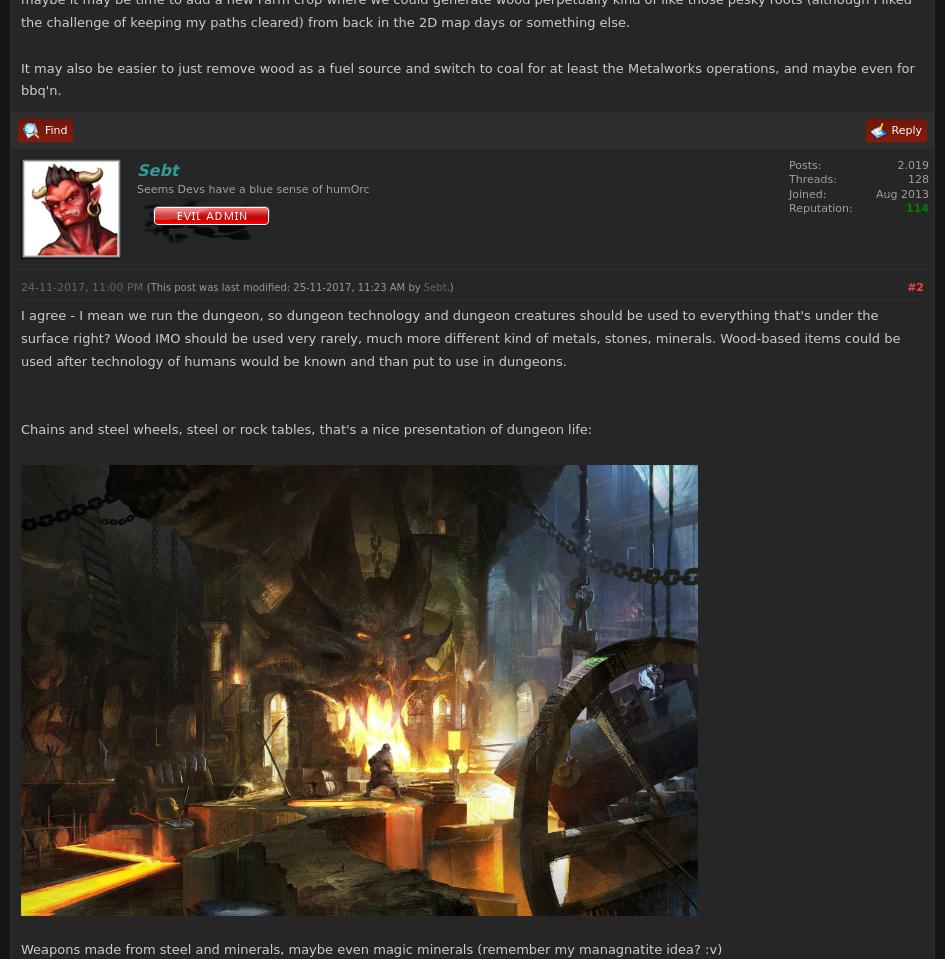  What do you see at coordinates (904, 207) in the screenshot?
I see `'114'` at bounding box center [904, 207].